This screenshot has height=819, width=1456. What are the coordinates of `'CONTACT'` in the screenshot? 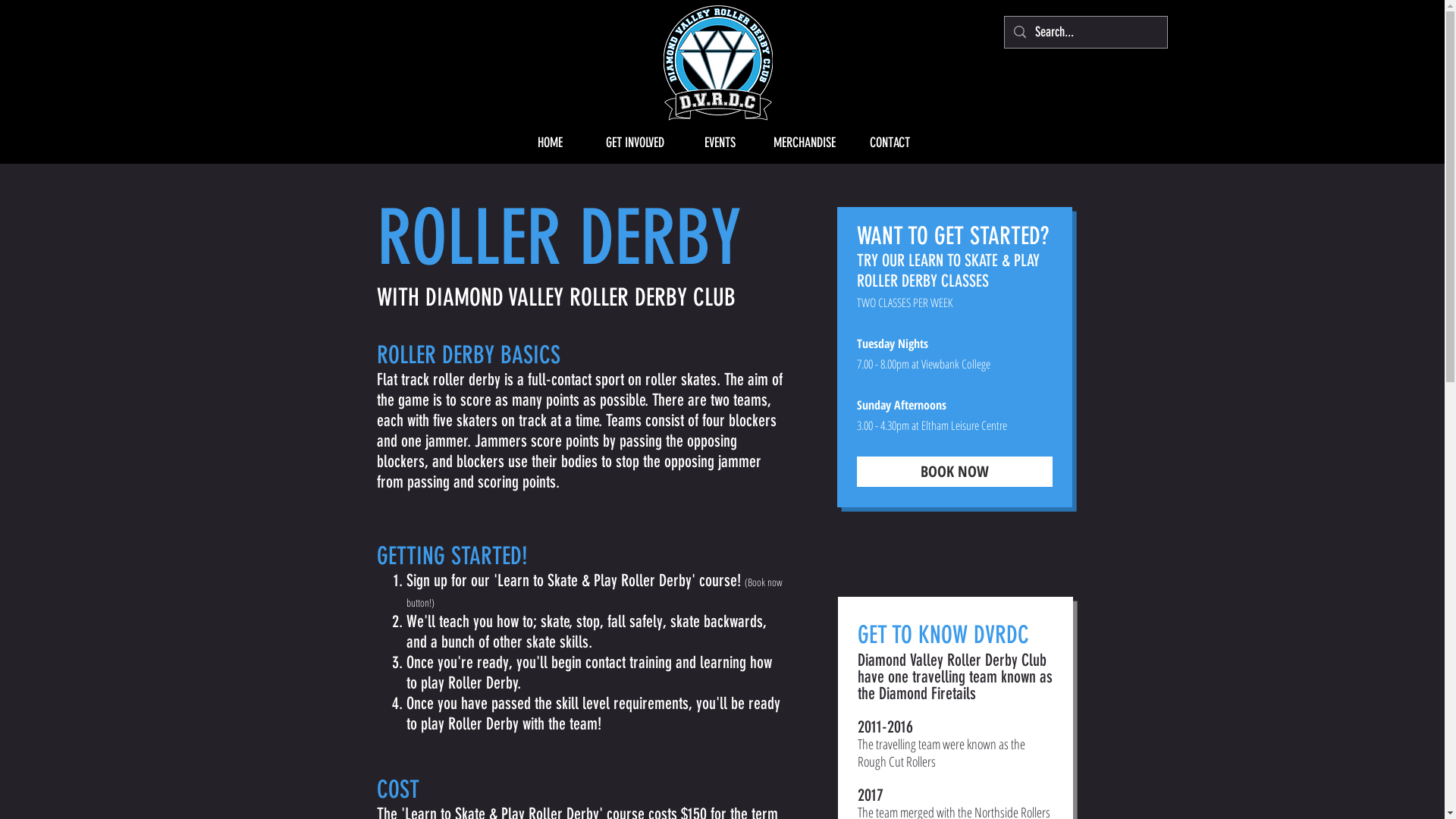 It's located at (846, 143).